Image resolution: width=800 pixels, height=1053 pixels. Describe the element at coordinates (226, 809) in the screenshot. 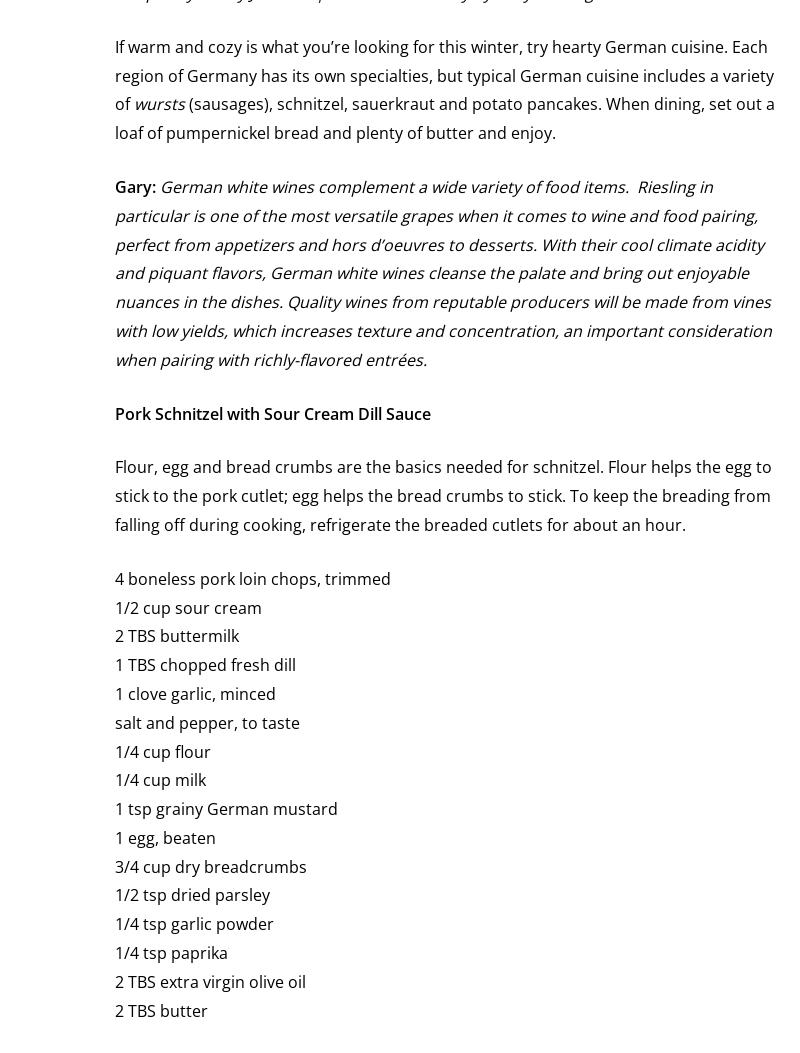

I see `'1 tsp grainy German mustard'` at that location.